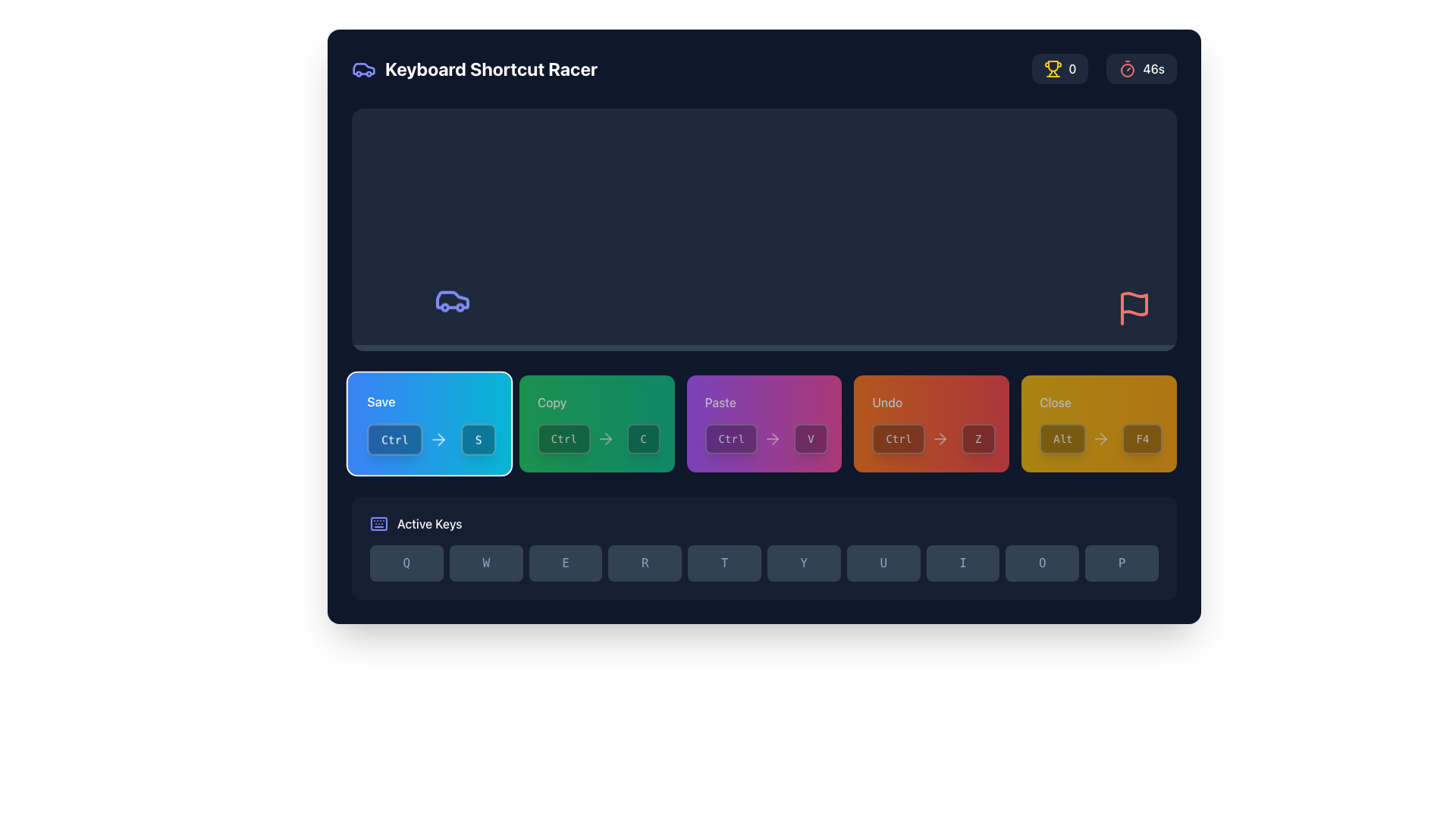 The height and width of the screenshot is (819, 1456). I want to click on the square button labeled 'Q' with a dark background and rounded corners located in the bottom-left section of the interface, so click(406, 563).